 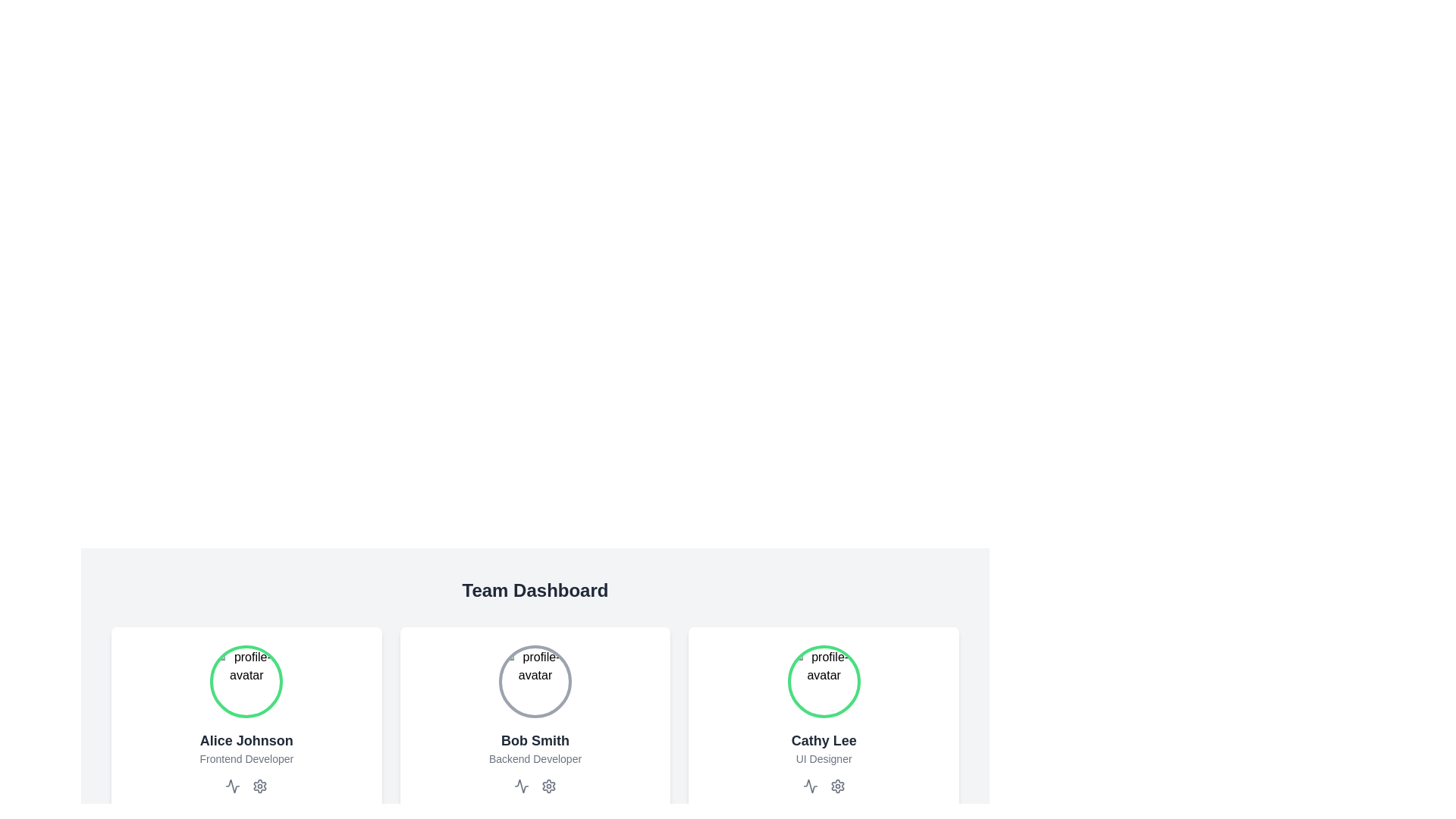 I want to click on the light gray text label reading 'Frontend Developer' located below the bolded name 'Alice Johnson' in the profile card layout on the 'Team Dashboard', so click(x=246, y=759).